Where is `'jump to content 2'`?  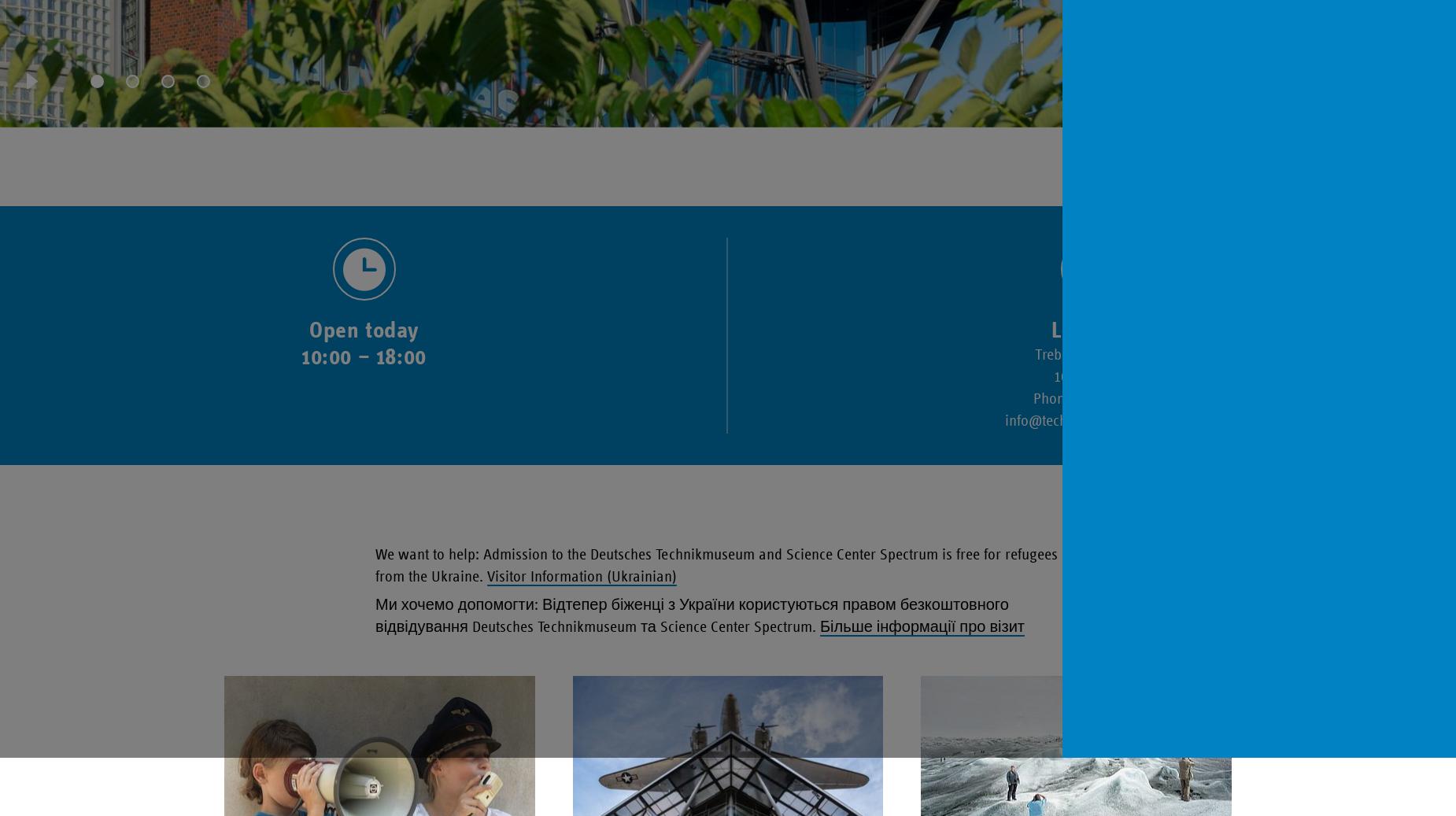 'jump to content 2' is located at coordinates (132, 50).